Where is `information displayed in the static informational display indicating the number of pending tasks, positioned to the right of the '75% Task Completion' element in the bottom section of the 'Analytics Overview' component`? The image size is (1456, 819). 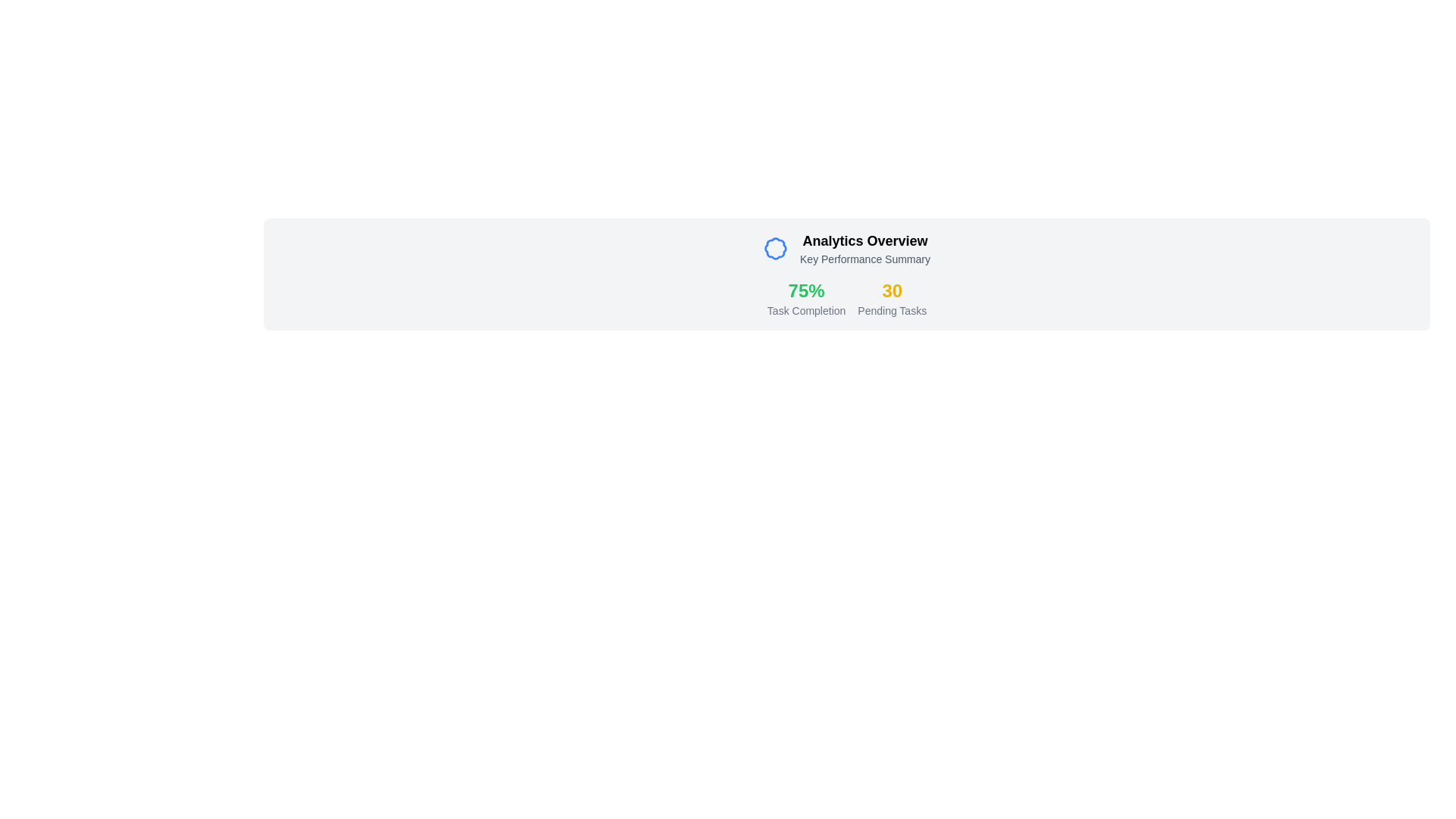
information displayed in the static informational display indicating the number of pending tasks, positioned to the right of the '75% Task Completion' element in the bottom section of the 'Analytics Overview' component is located at coordinates (892, 298).